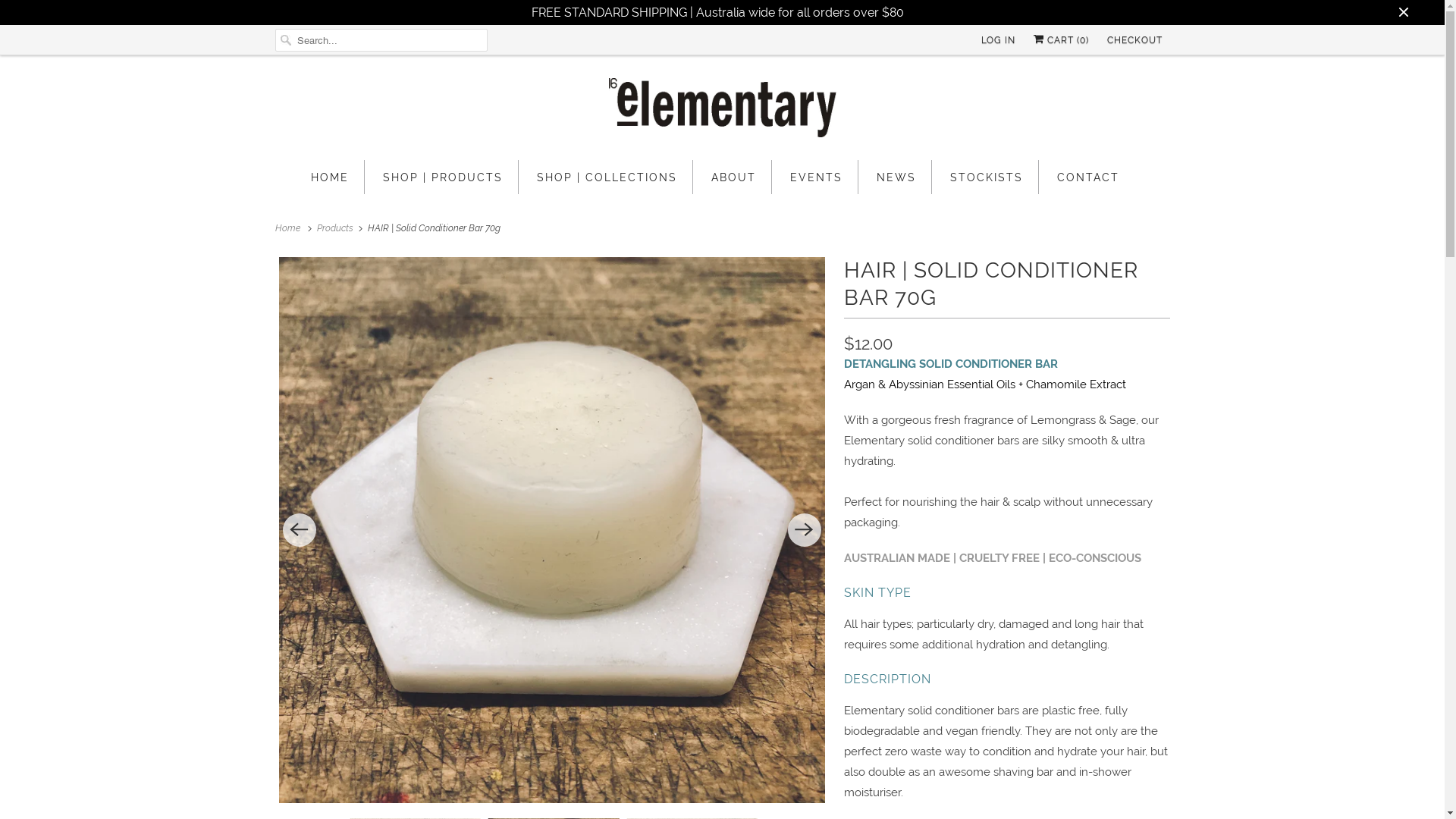  I want to click on 'ELEMENTARY Skin Care', so click(720, 110).